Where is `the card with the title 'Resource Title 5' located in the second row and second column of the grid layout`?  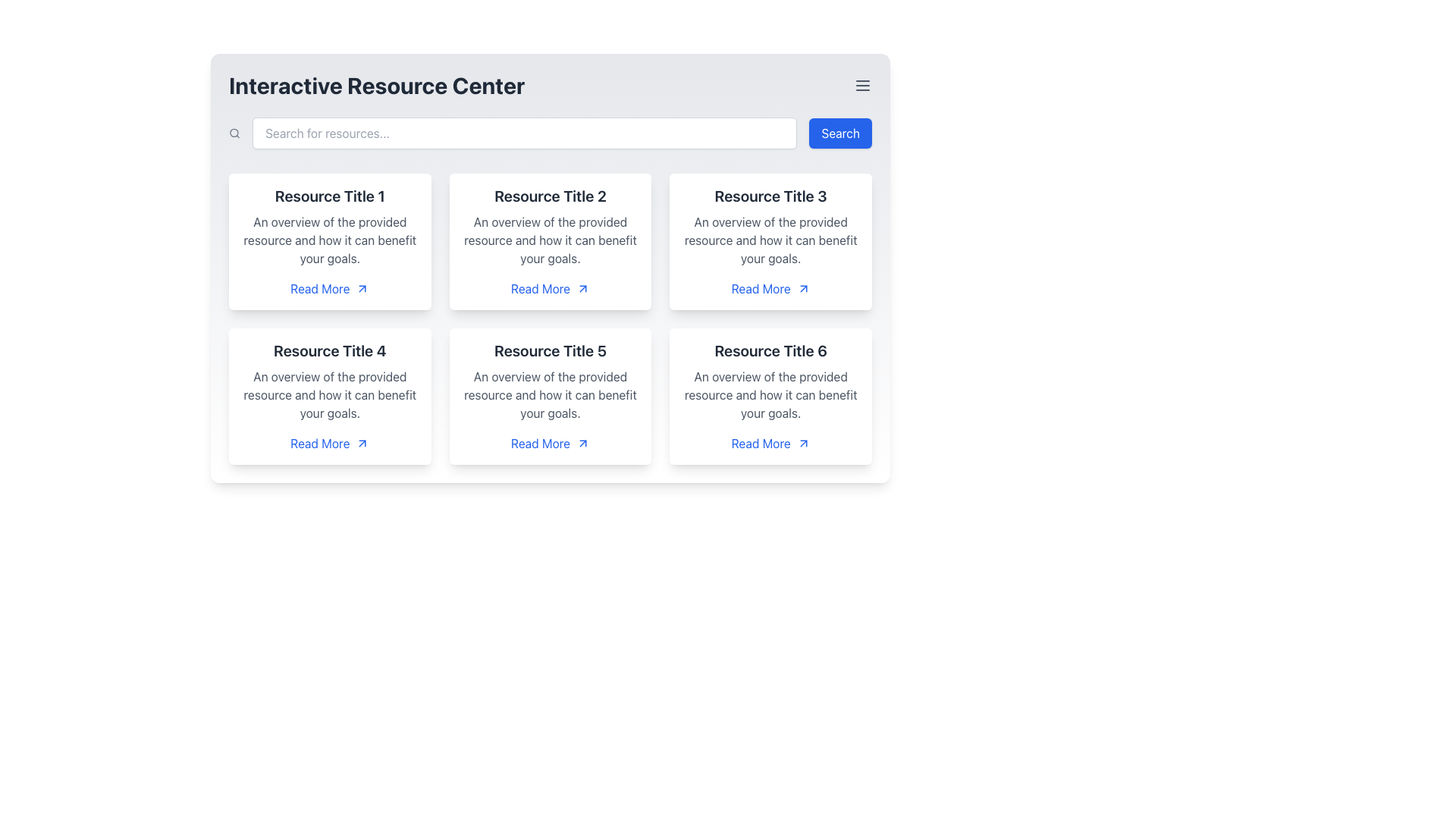
the card with the title 'Resource Title 5' located in the second row and second column of the grid layout is located at coordinates (549, 396).